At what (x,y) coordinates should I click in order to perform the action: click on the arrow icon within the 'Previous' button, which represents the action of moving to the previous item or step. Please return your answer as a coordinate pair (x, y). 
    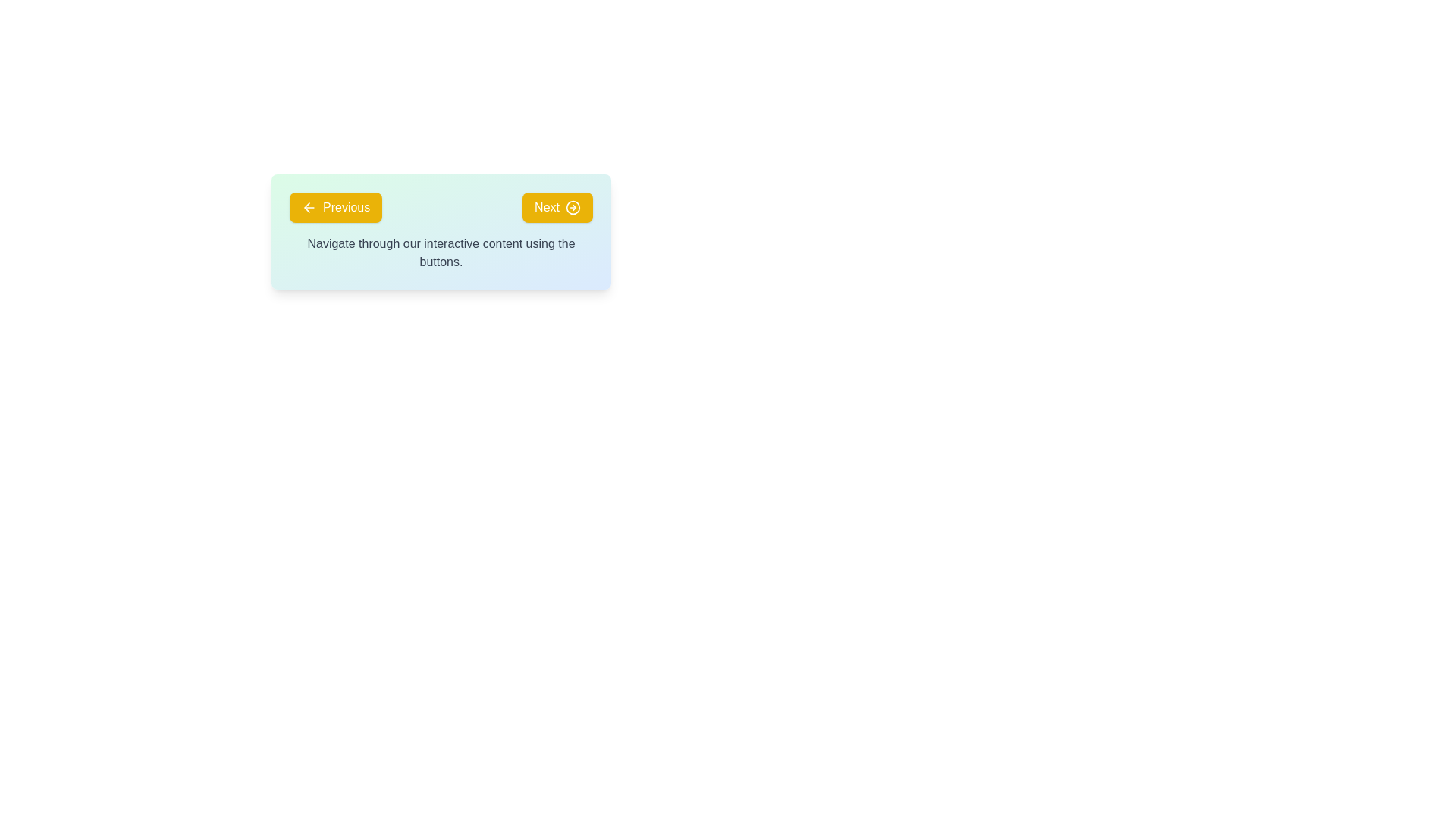
    Looking at the image, I should click on (309, 207).